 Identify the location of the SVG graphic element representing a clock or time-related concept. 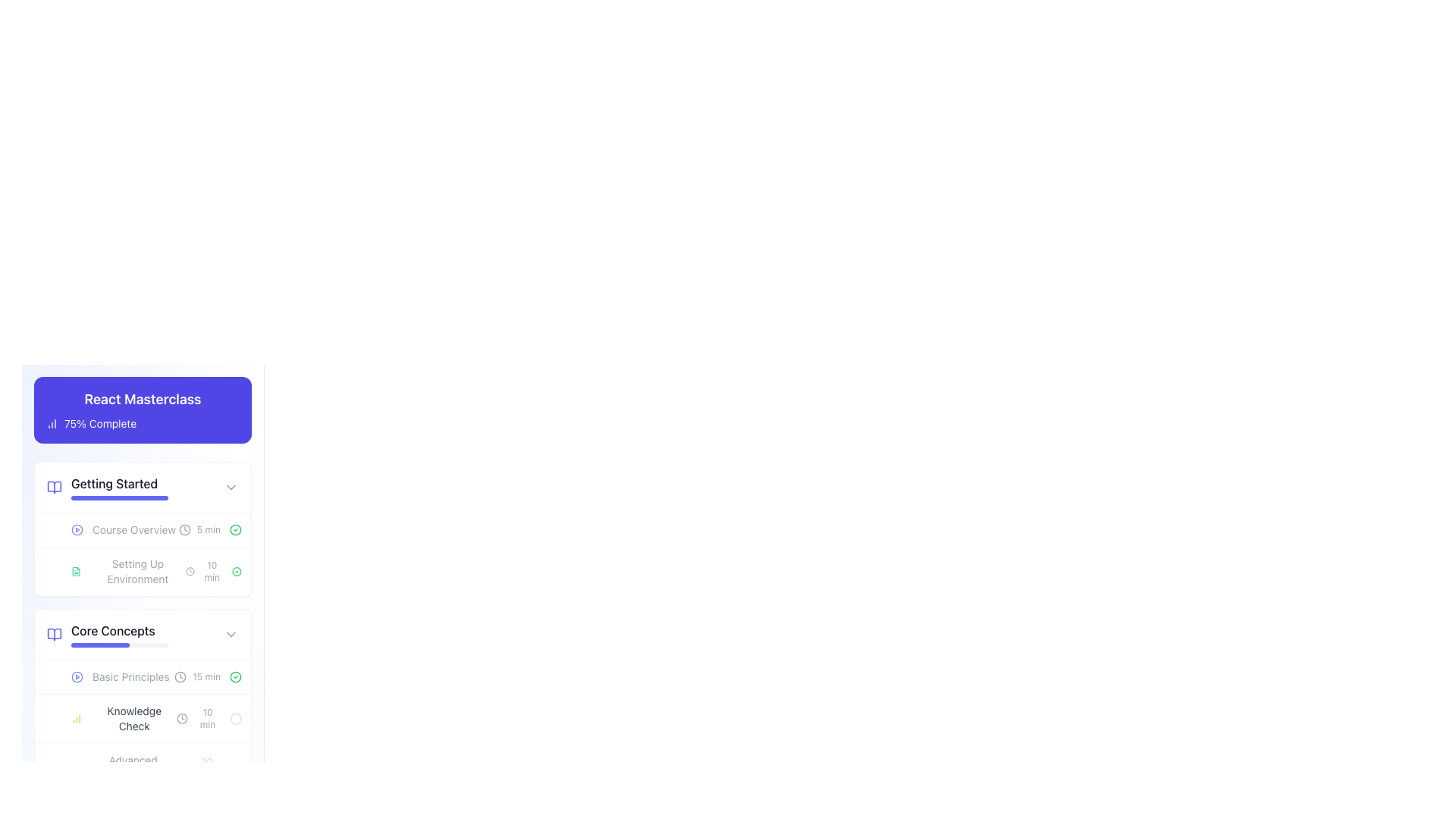
(190, 571).